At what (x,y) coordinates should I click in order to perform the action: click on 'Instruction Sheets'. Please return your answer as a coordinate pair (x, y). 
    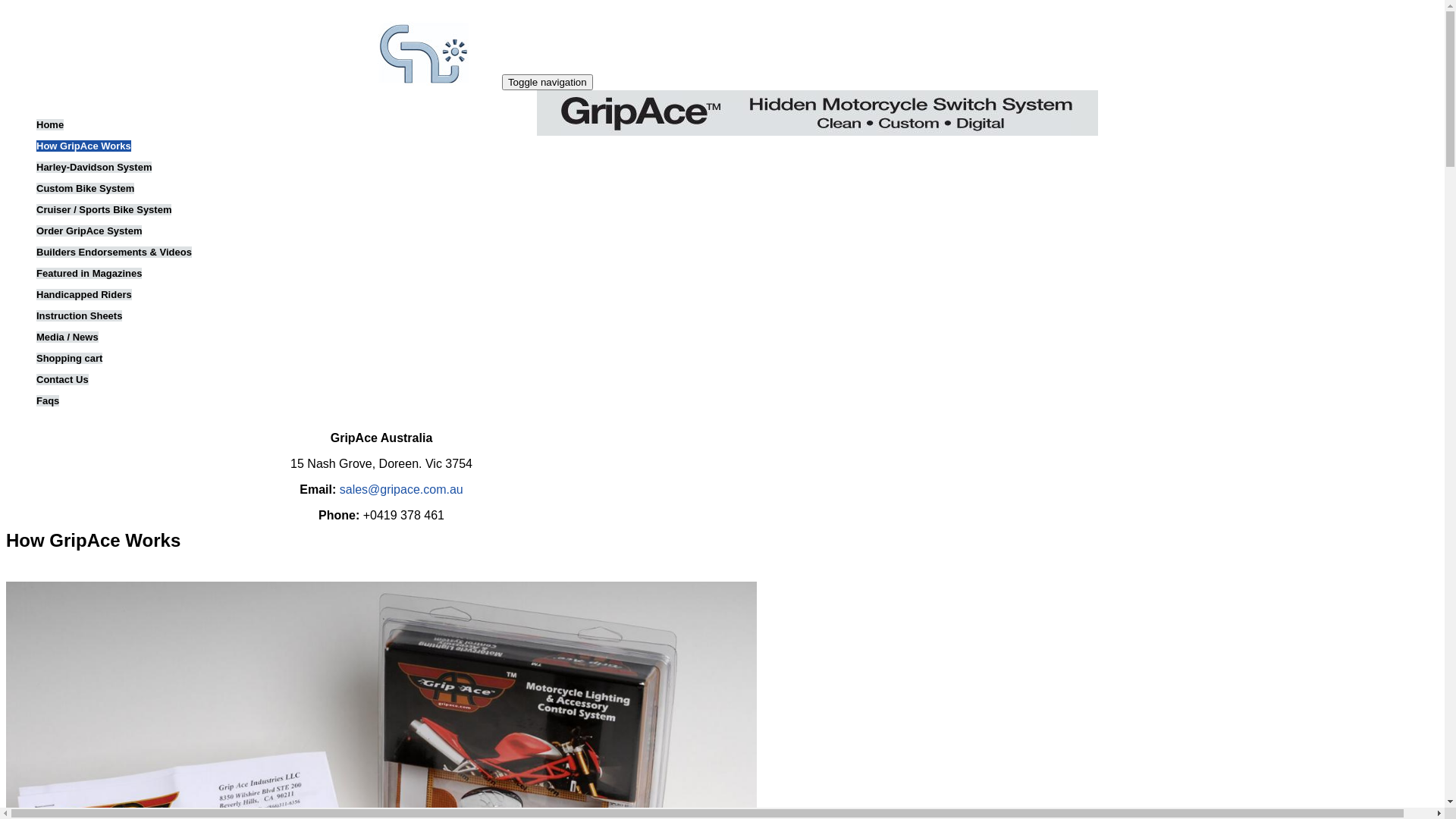
    Looking at the image, I should click on (78, 315).